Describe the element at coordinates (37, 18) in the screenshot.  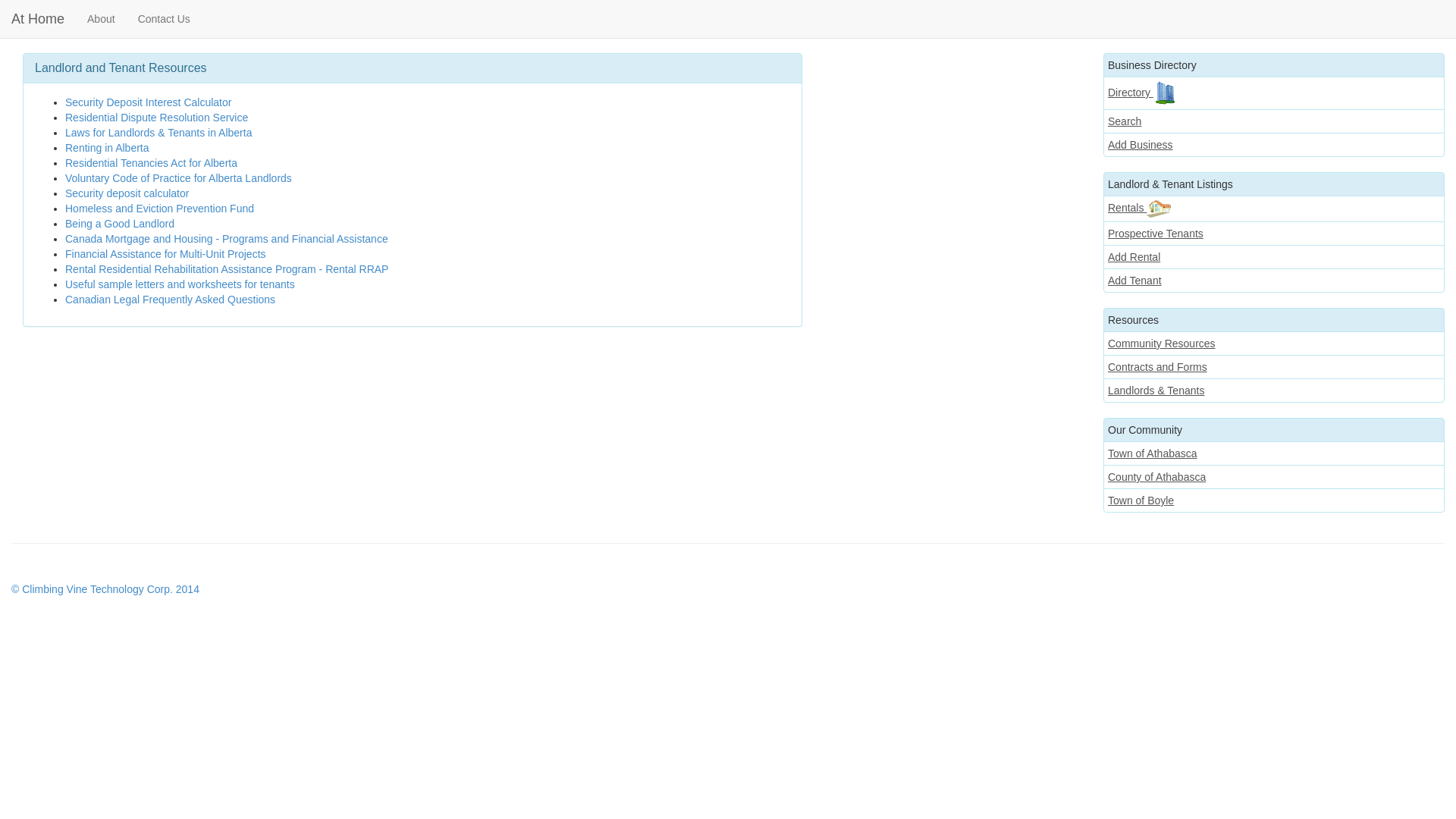
I see `'At Home'` at that location.